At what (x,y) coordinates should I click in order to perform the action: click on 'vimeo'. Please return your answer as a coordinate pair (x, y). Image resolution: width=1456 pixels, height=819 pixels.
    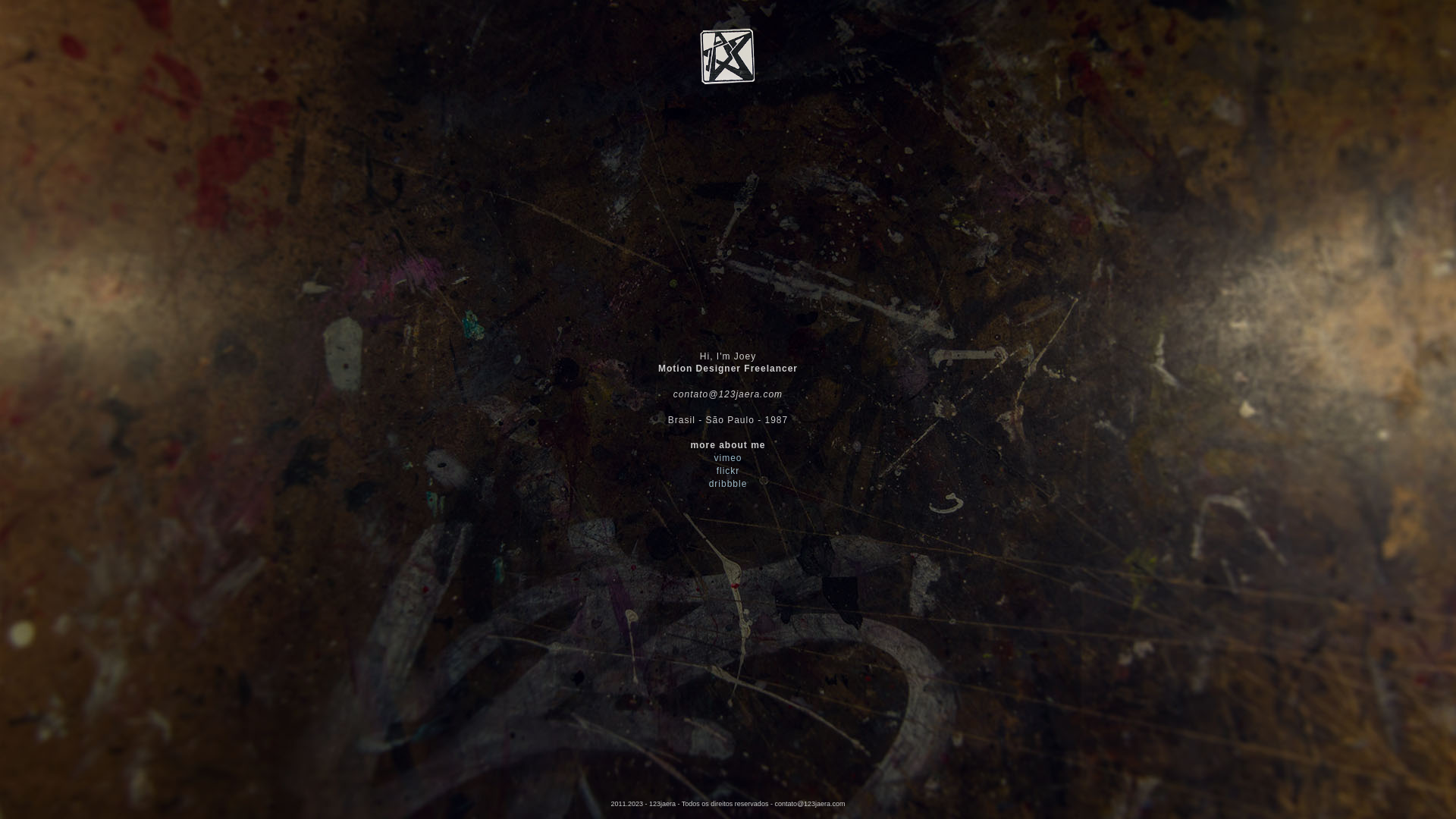
    Looking at the image, I should click on (726, 457).